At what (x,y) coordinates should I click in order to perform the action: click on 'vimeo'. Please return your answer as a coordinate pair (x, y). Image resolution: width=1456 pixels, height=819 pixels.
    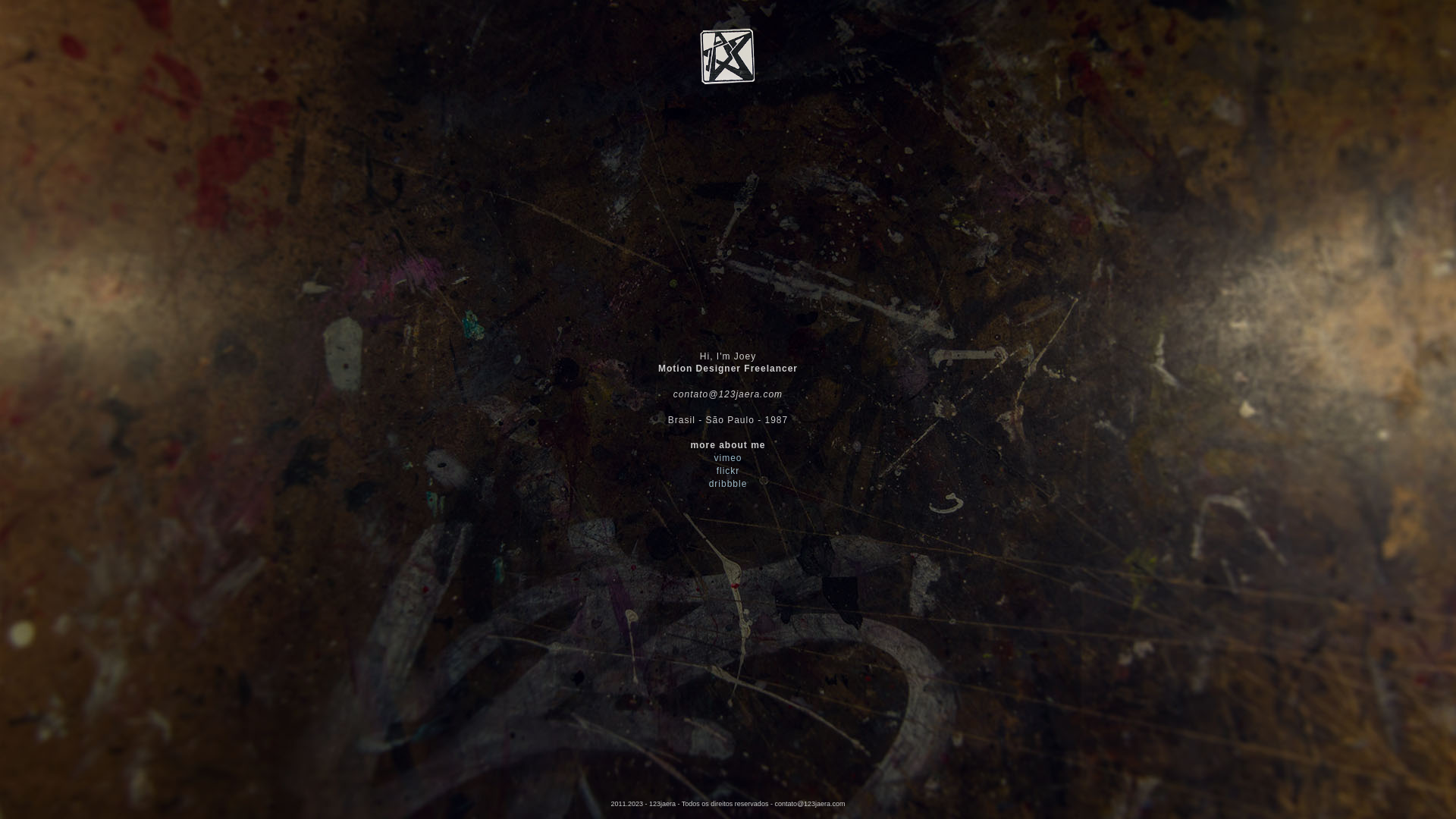
    Looking at the image, I should click on (726, 457).